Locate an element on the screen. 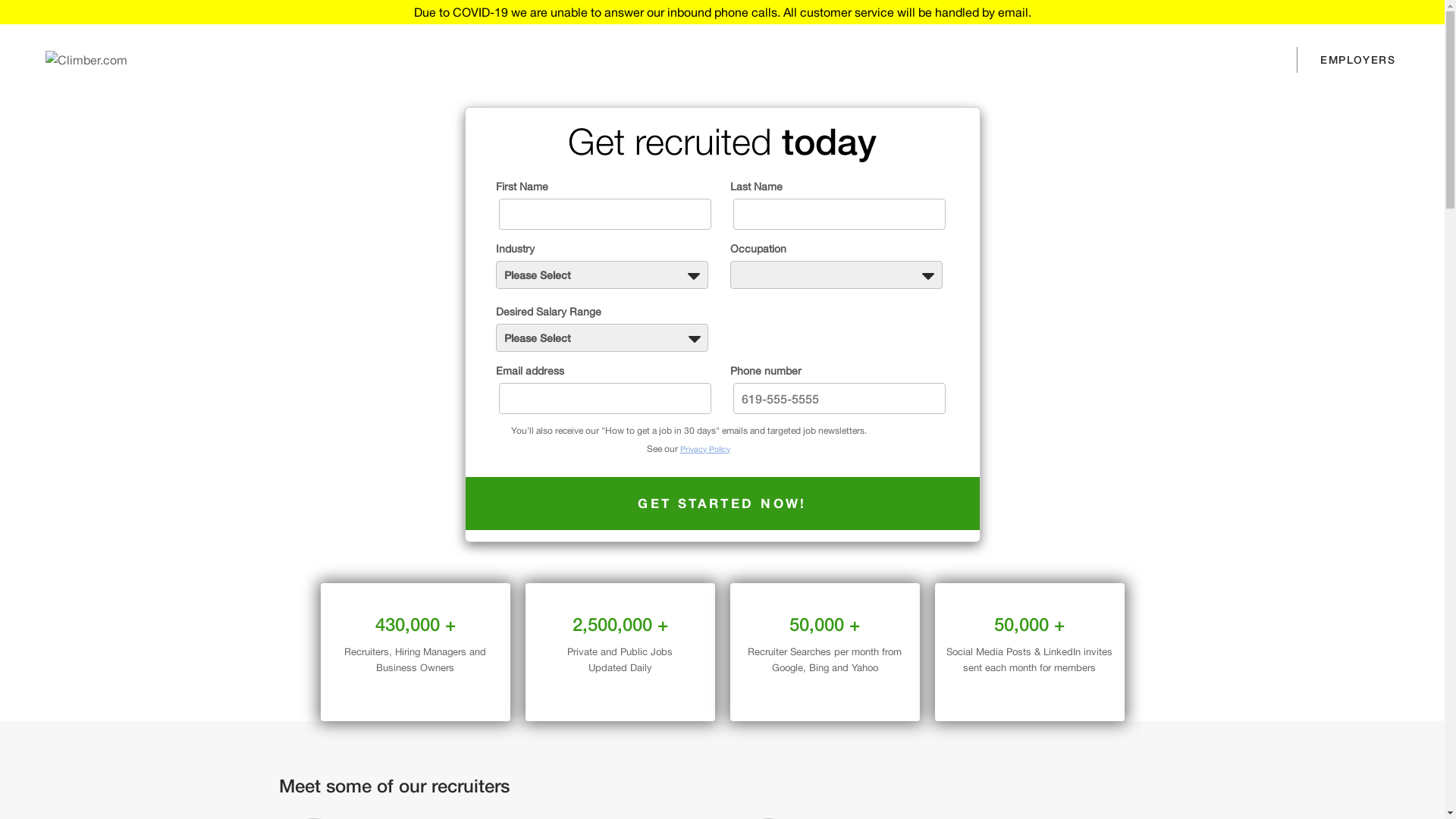 The height and width of the screenshot is (819, 1456). 'EMPLOYERS' is located at coordinates (1357, 58).